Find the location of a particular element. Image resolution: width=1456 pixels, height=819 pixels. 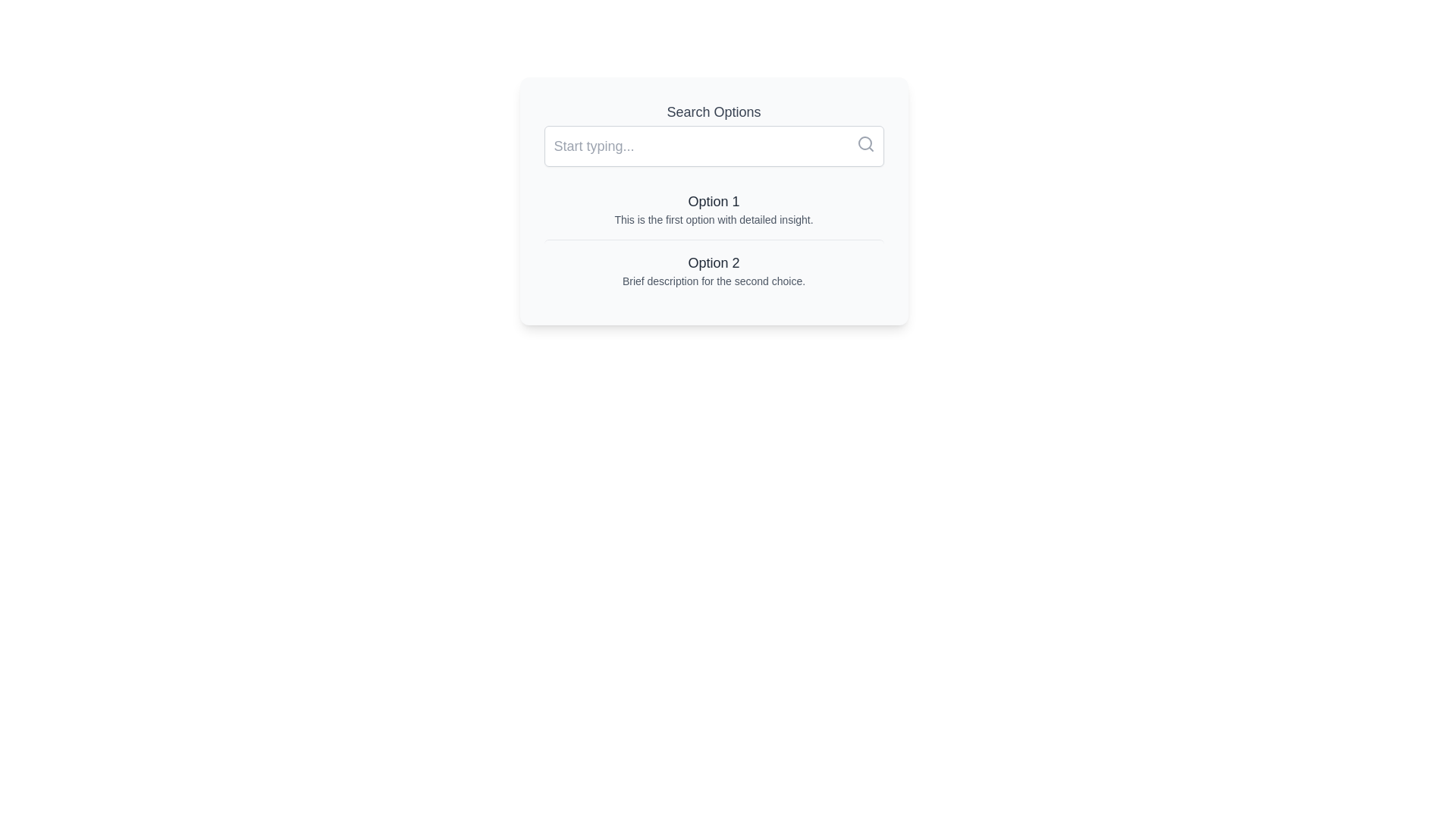

the first selectable list item labeled 'Option 1' is located at coordinates (713, 209).